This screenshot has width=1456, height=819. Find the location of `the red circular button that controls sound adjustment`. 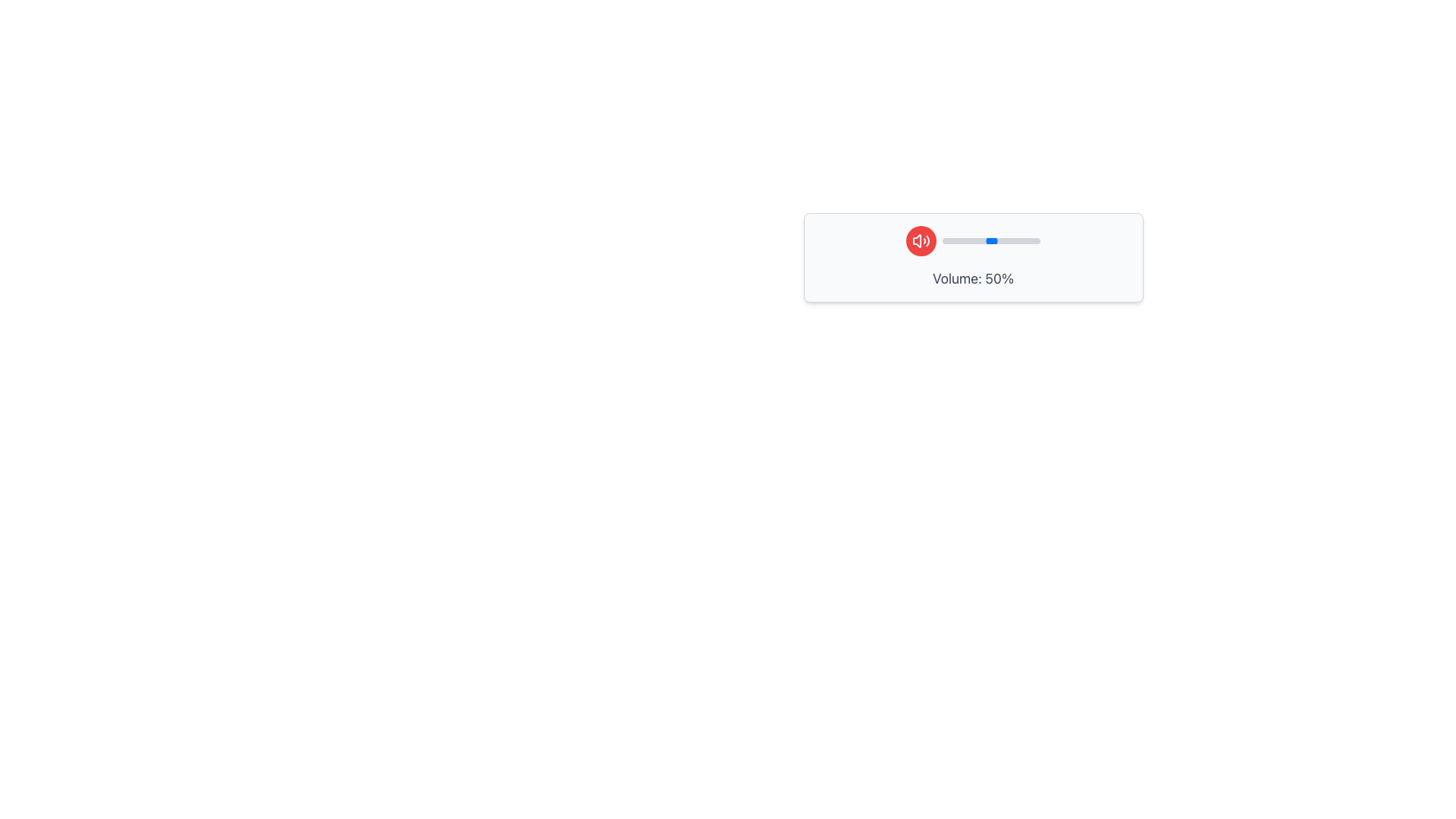

the red circular button that controls sound adjustment is located at coordinates (920, 240).